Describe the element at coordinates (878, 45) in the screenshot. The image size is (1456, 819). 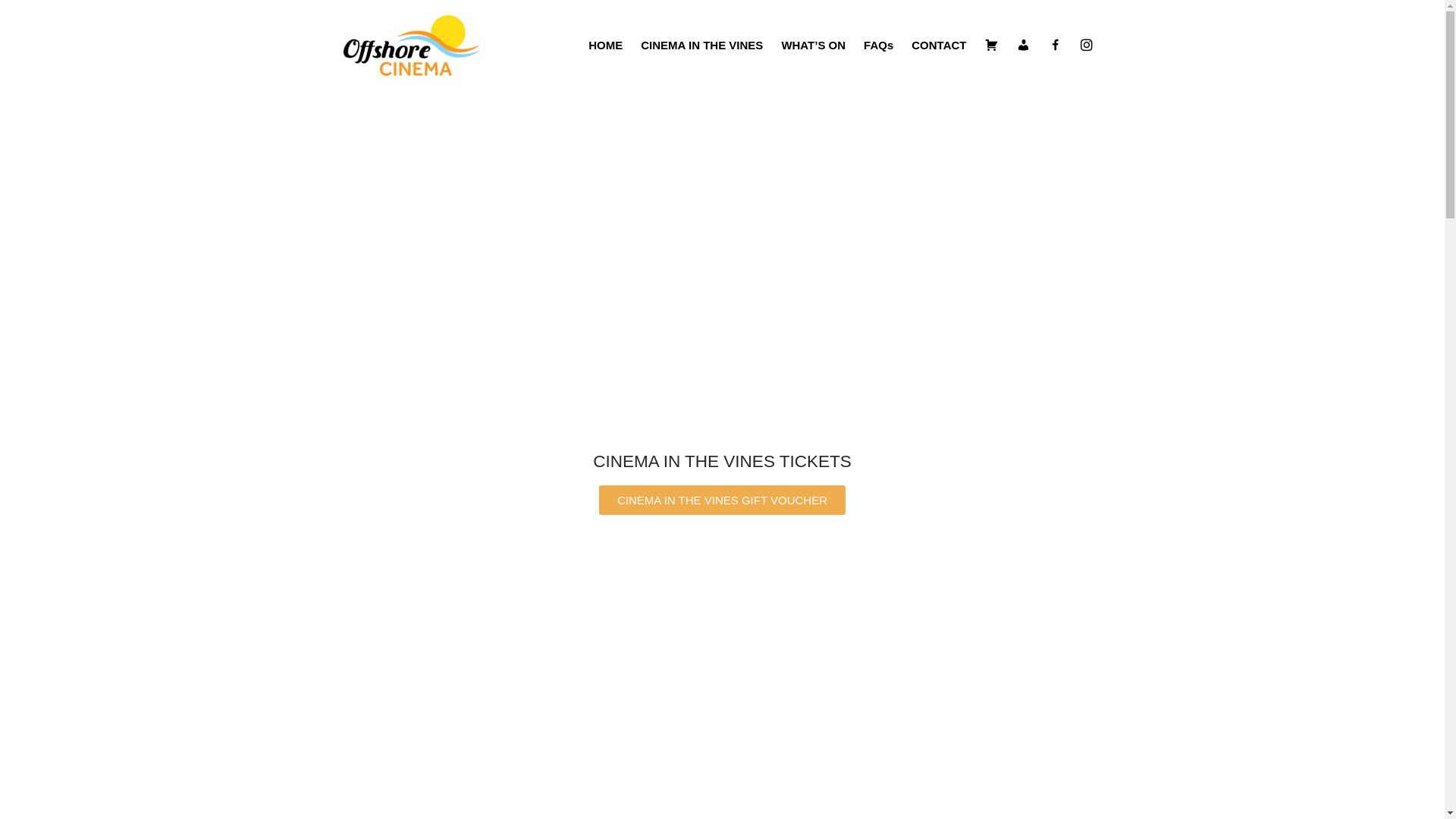
I see `'FAQs'` at that location.